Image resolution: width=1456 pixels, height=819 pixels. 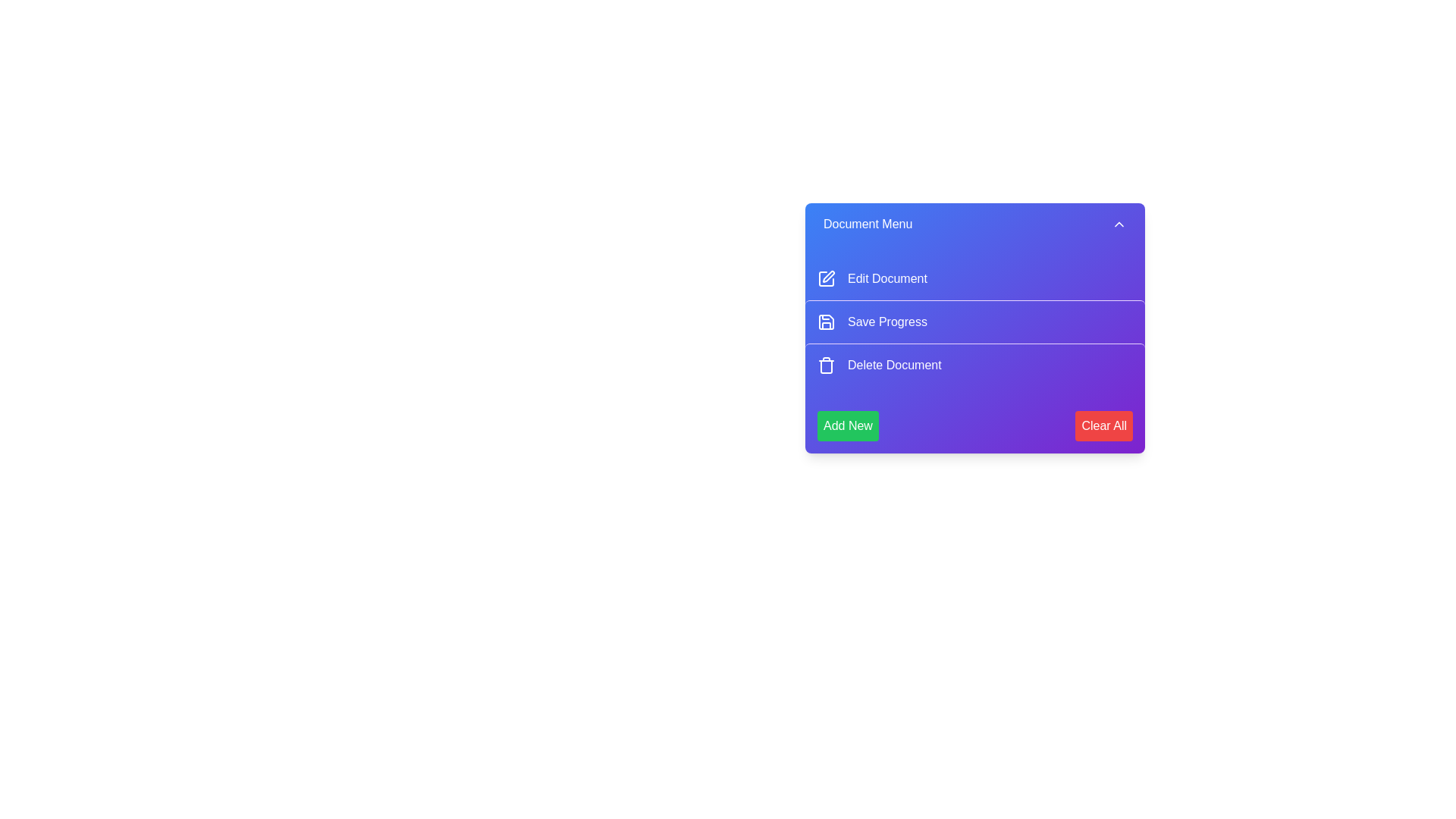 I want to click on 'Clear All' button, so click(x=1103, y=426).